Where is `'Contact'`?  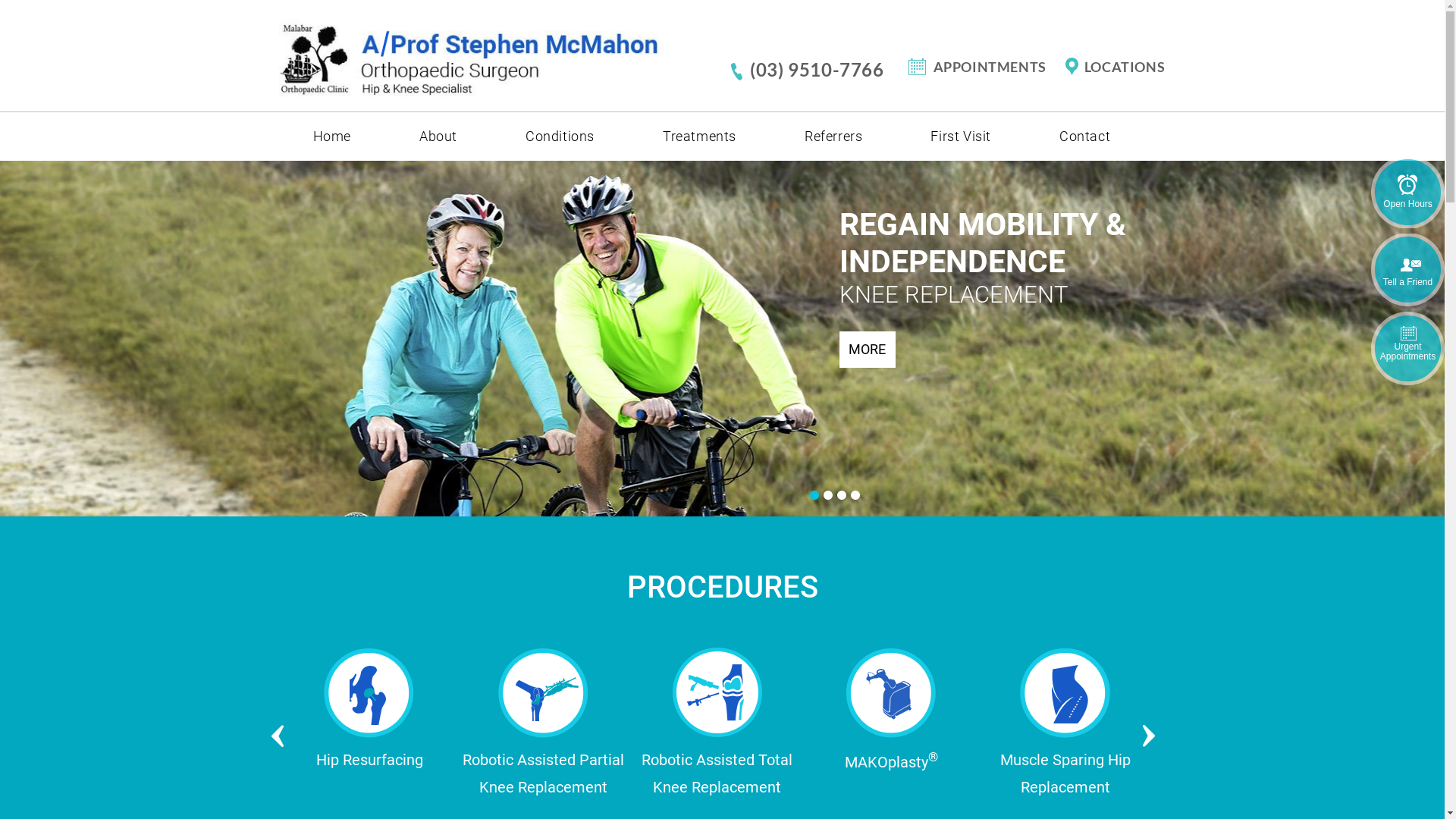
'Contact' is located at coordinates (1084, 136).